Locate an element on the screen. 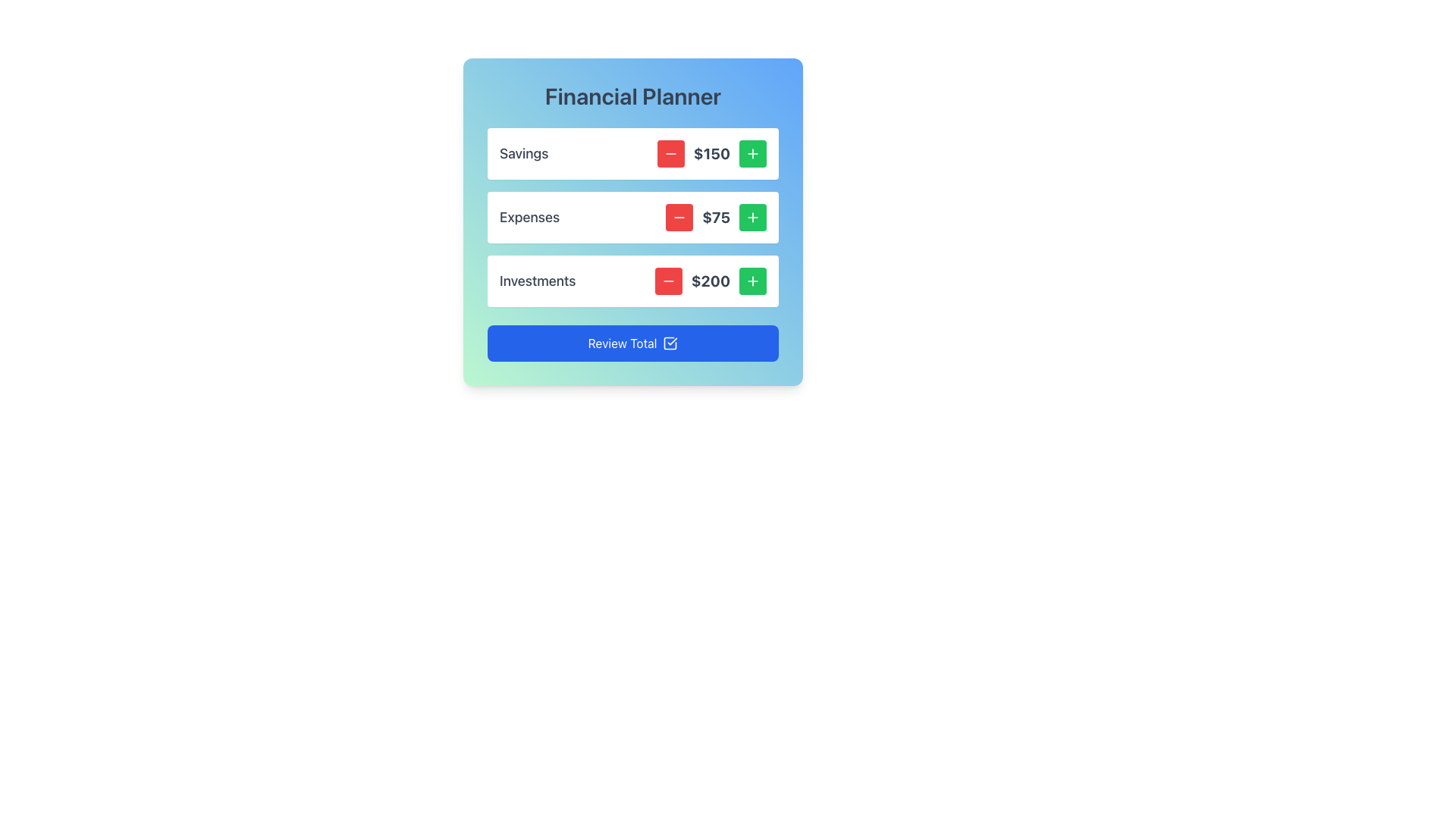 The height and width of the screenshot is (819, 1456). the static text display indicating the current monetary value associated with the 'Investments' category, located in the third row of the financial planning panel is located at coordinates (710, 281).